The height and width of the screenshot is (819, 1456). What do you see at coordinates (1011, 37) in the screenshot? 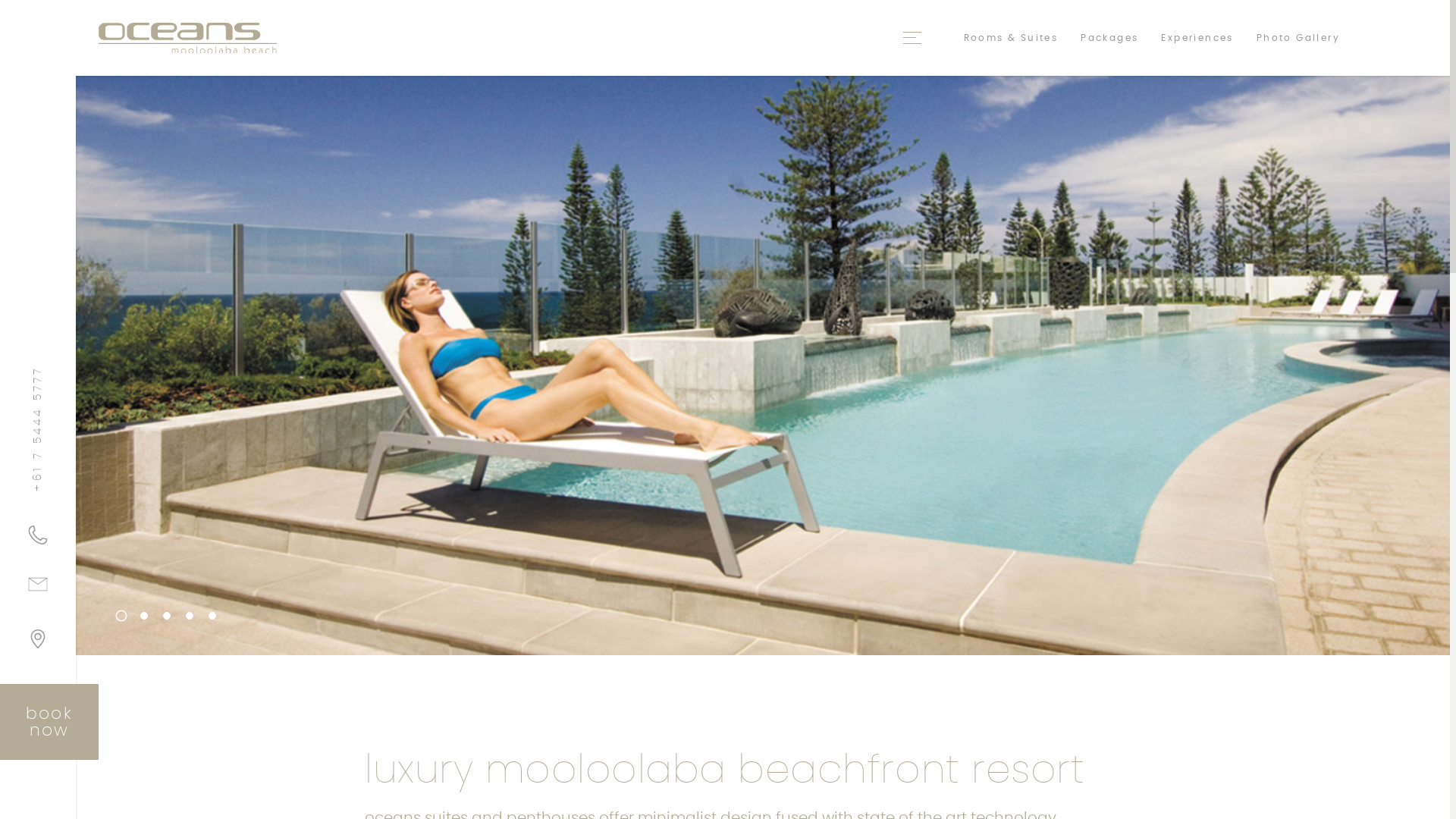
I see `'Rooms & Suites'` at bounding box center [1011, 37].